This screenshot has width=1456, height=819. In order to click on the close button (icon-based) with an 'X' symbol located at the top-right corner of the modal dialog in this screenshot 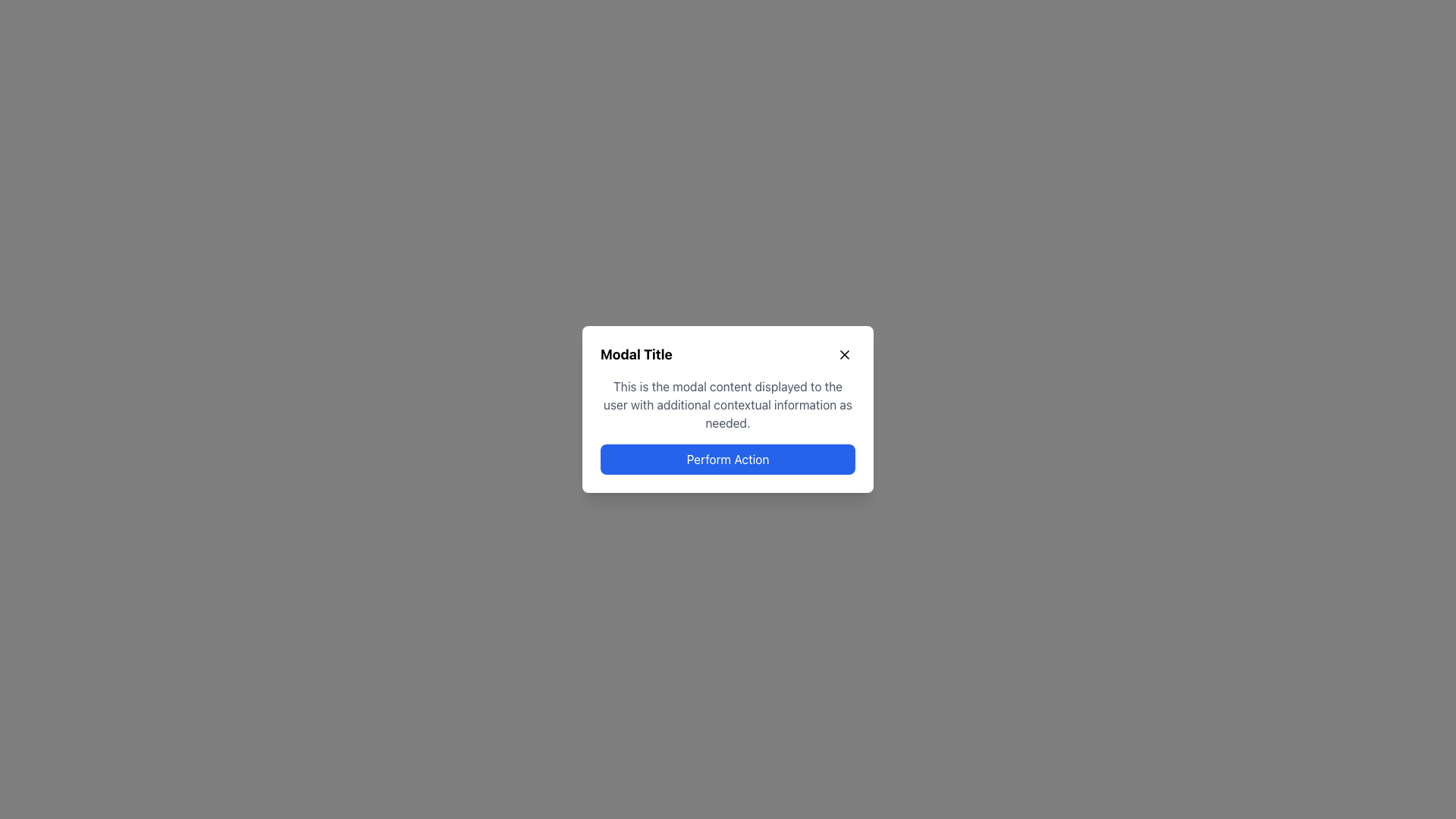, I will do `click(843, 354)`.